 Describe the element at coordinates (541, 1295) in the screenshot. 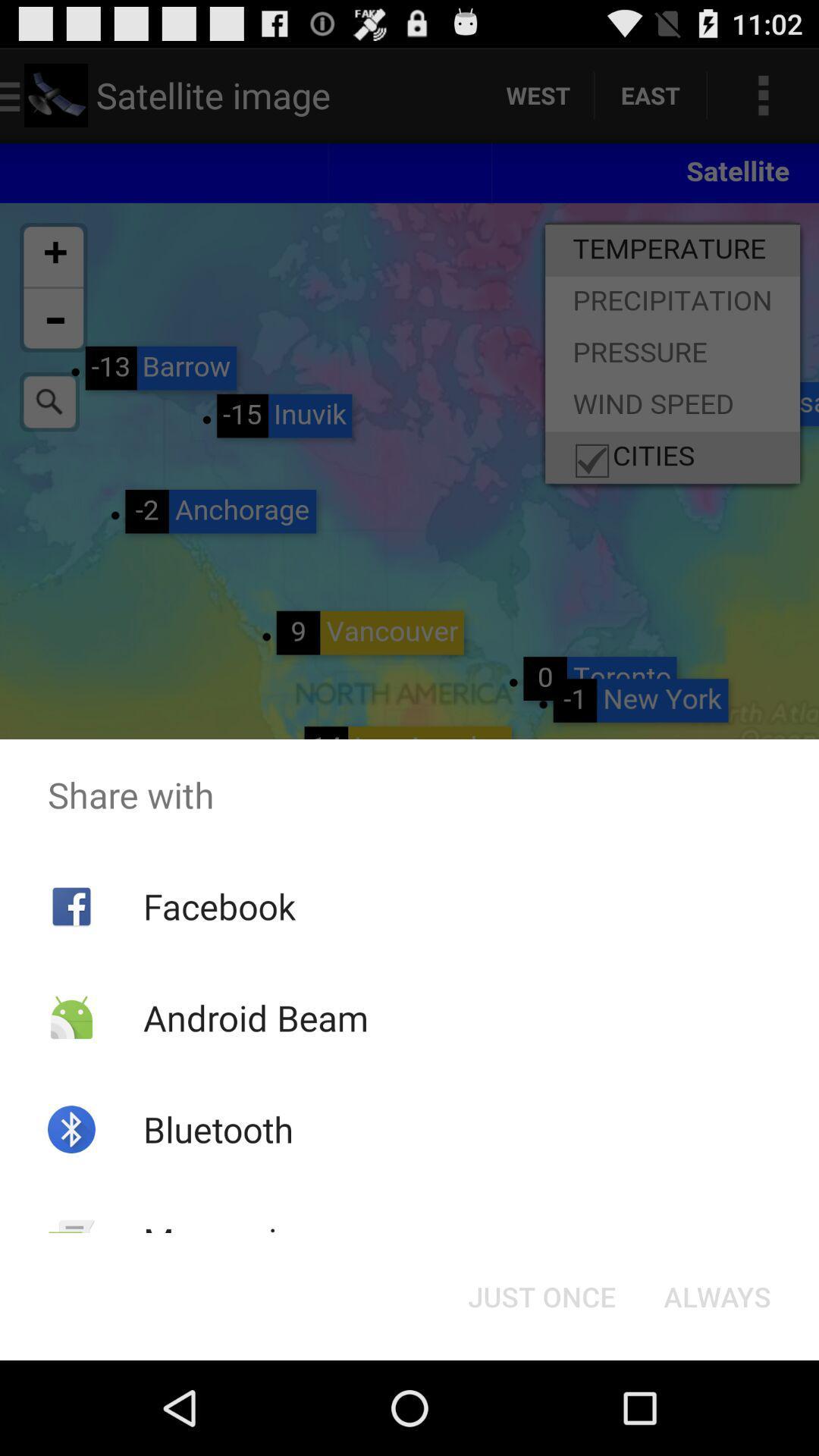

I see `the app next to the messaging` at that location.